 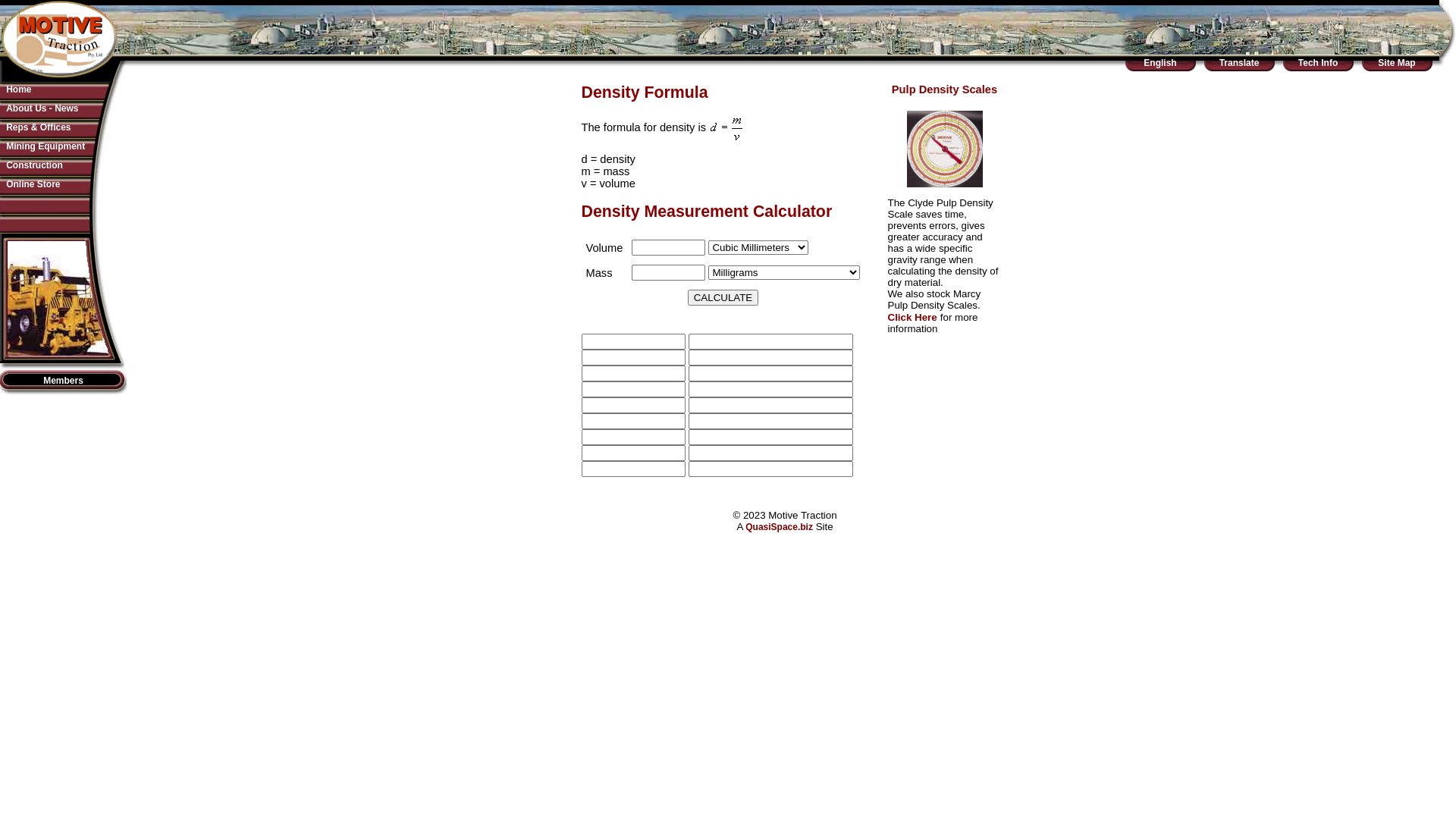 I want to click on 'Mining Equipment', so click(x=6, y=146).